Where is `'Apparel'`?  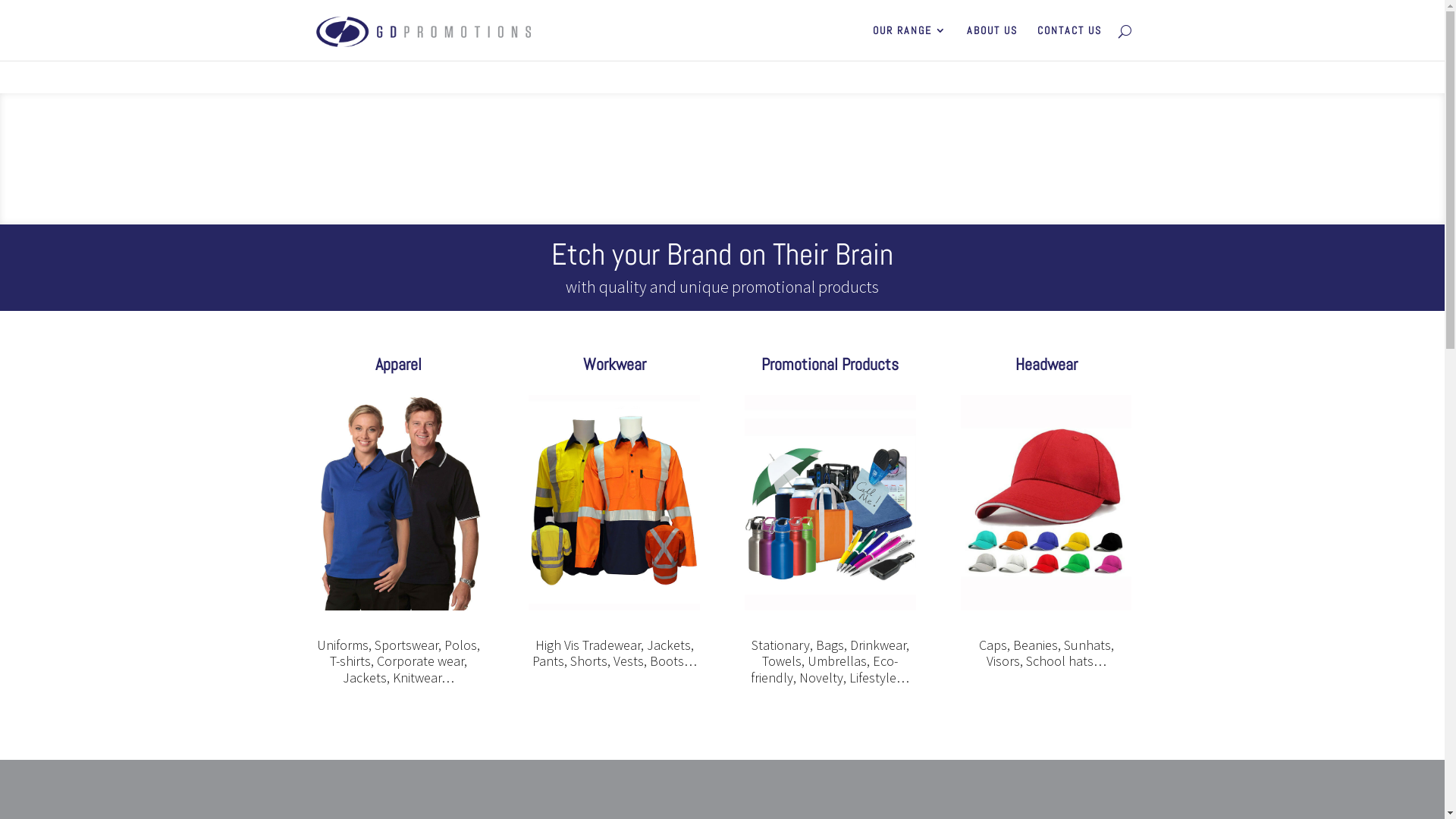 'Apparel' is located at coordinates (398, 363).